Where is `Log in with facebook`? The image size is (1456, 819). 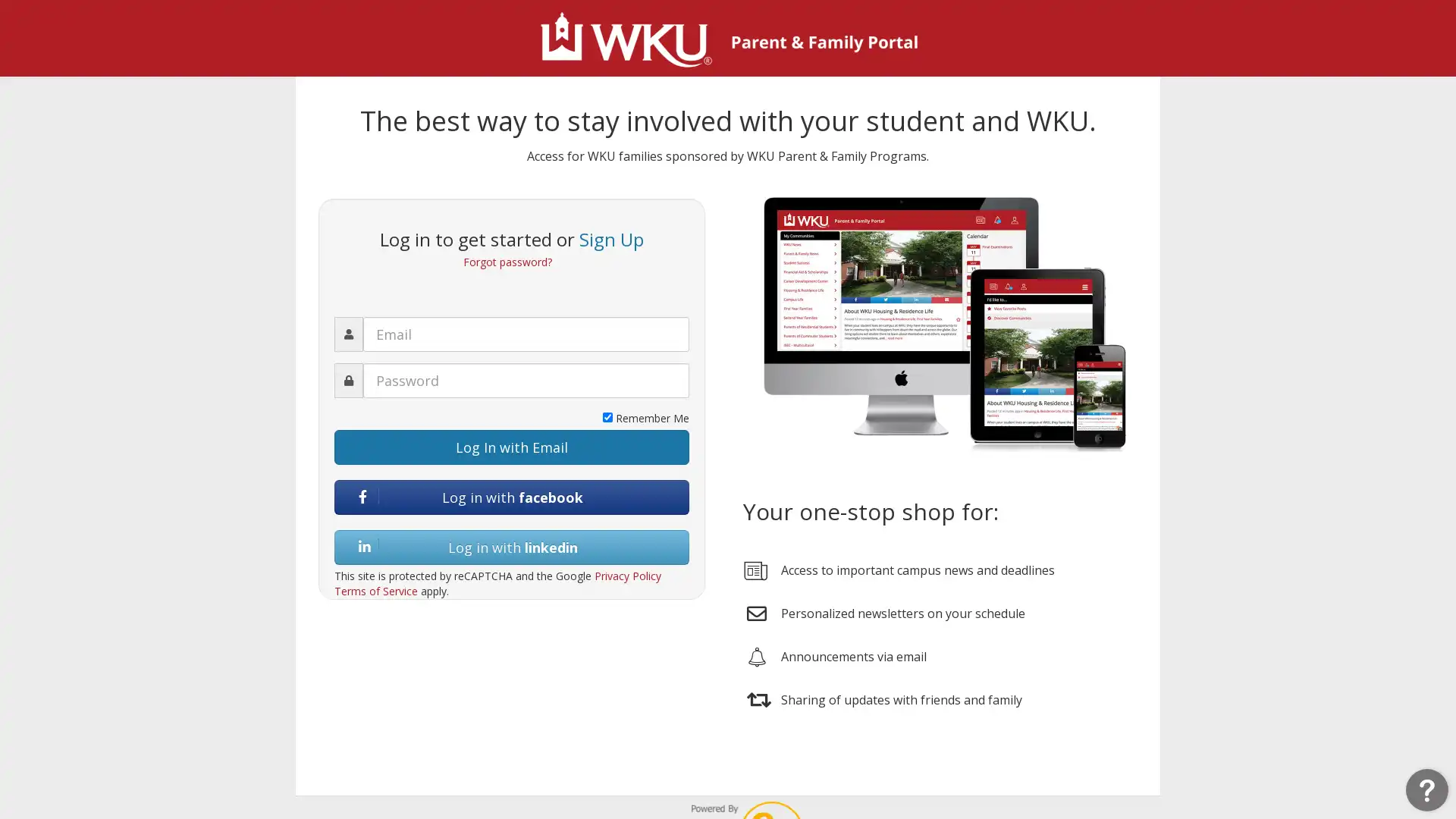 Log in with facebook is located at coordinates (512, 497).